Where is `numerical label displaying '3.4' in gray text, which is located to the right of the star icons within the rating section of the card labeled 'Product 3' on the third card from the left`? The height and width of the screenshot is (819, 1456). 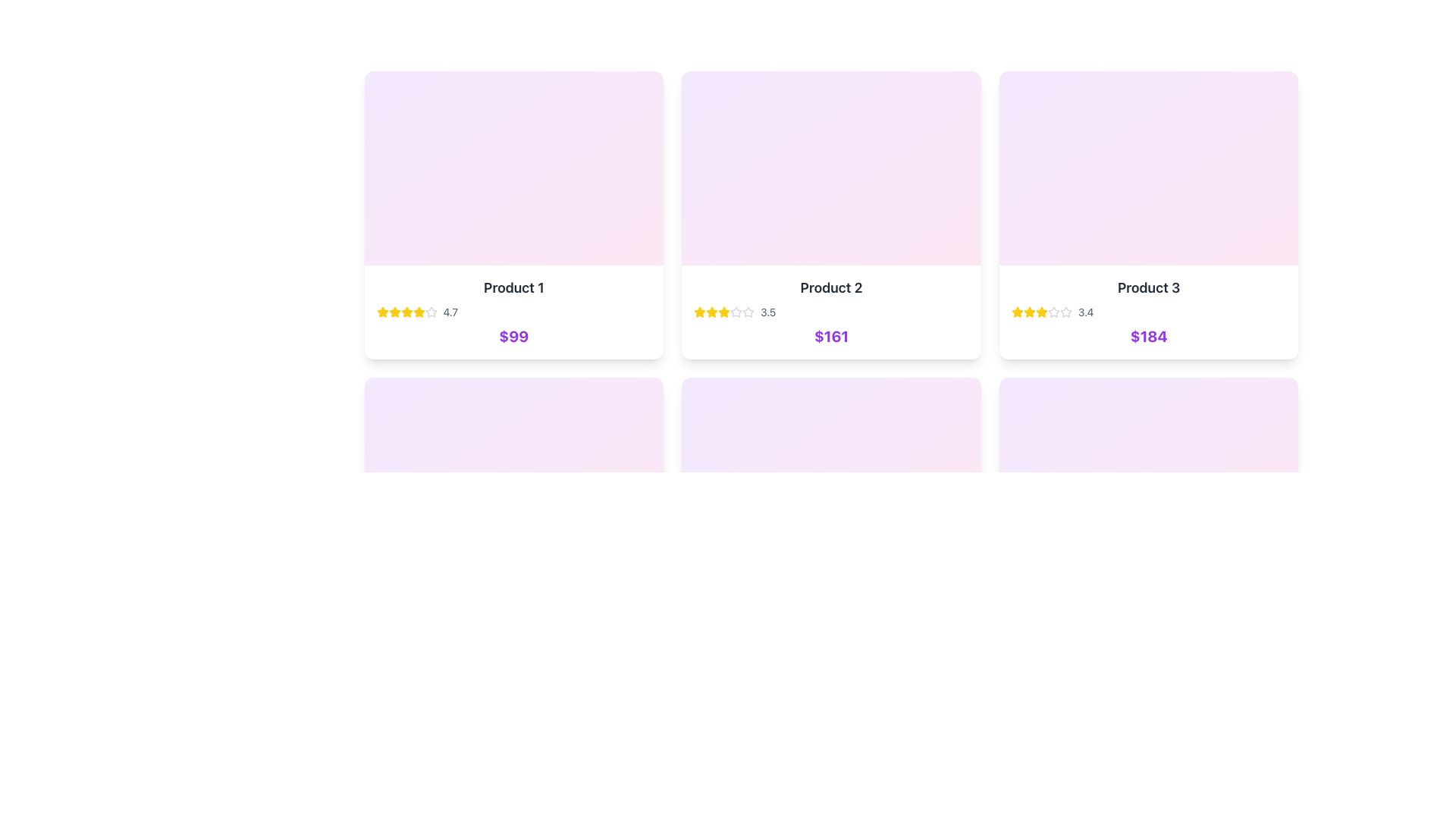 numerical label displaying '3.4' in gray text, which is located to the right of the star icons within the rating section of the card labeled 'Product 3' on the third card from the left is located at coordinates (1085, 312).